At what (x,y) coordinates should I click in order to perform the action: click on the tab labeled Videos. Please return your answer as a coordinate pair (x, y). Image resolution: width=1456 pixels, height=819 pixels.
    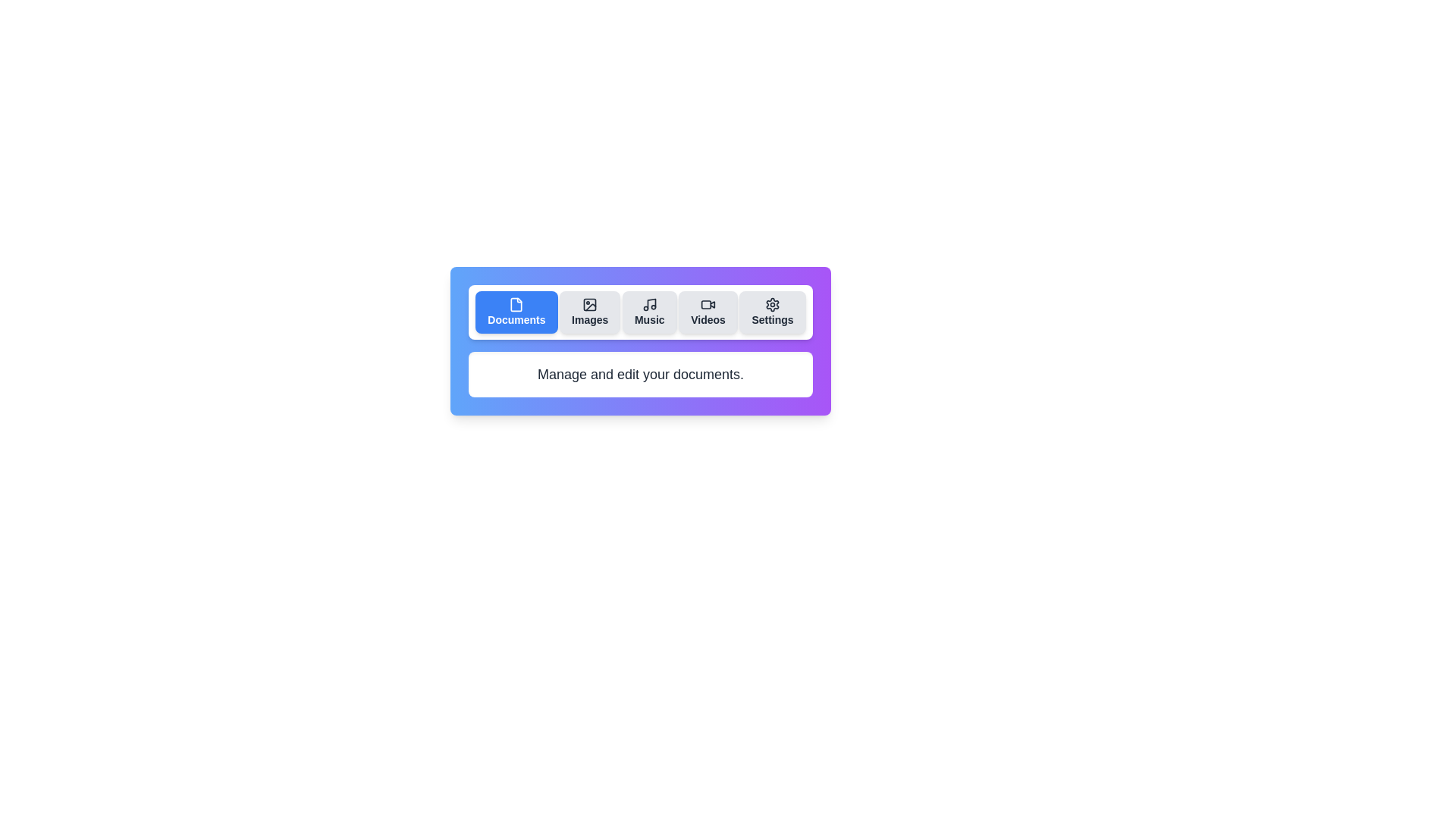
    Looking at the image, I should click on (708, 312).